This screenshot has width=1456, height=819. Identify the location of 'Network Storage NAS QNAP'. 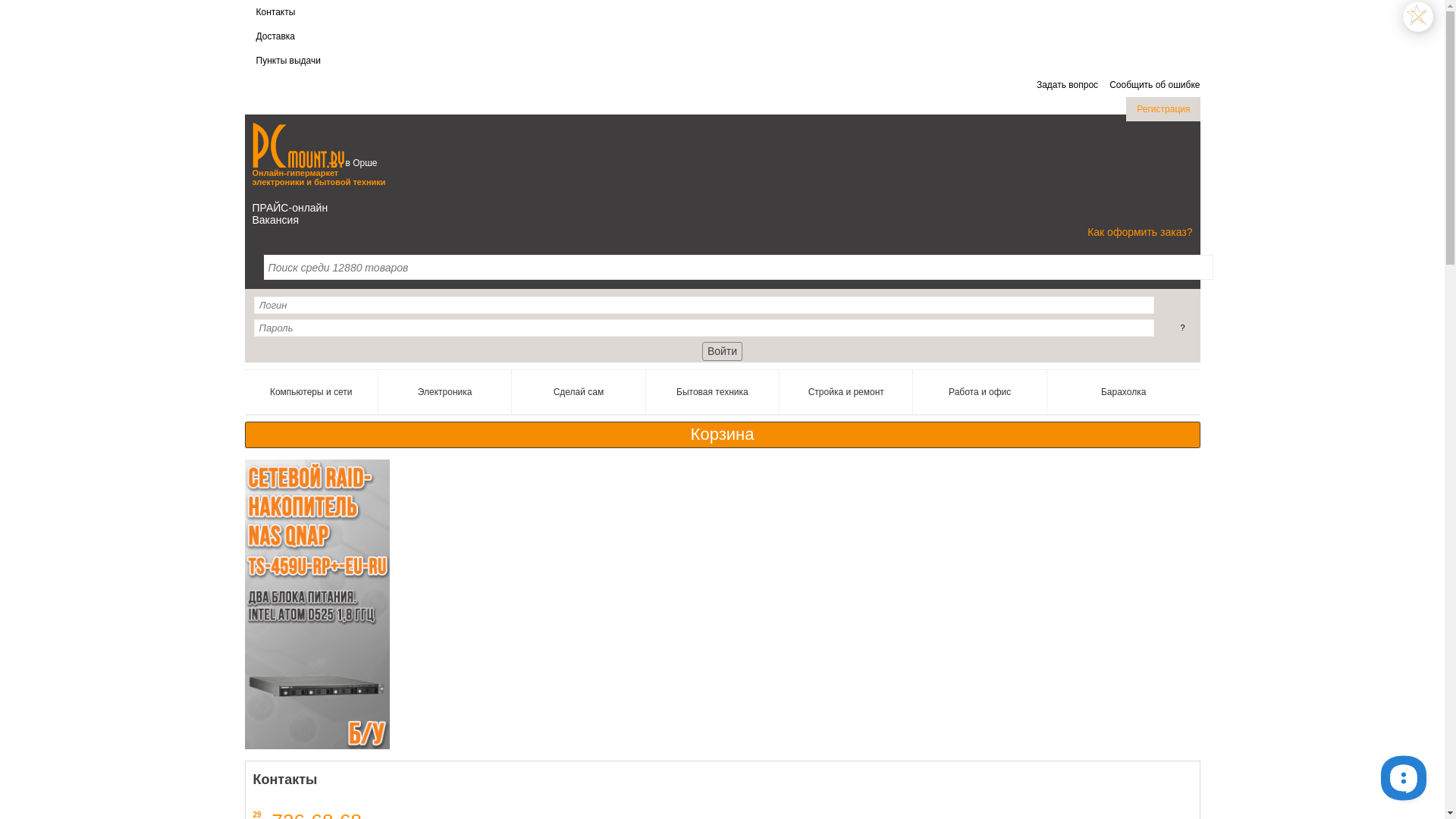
(315, 604).